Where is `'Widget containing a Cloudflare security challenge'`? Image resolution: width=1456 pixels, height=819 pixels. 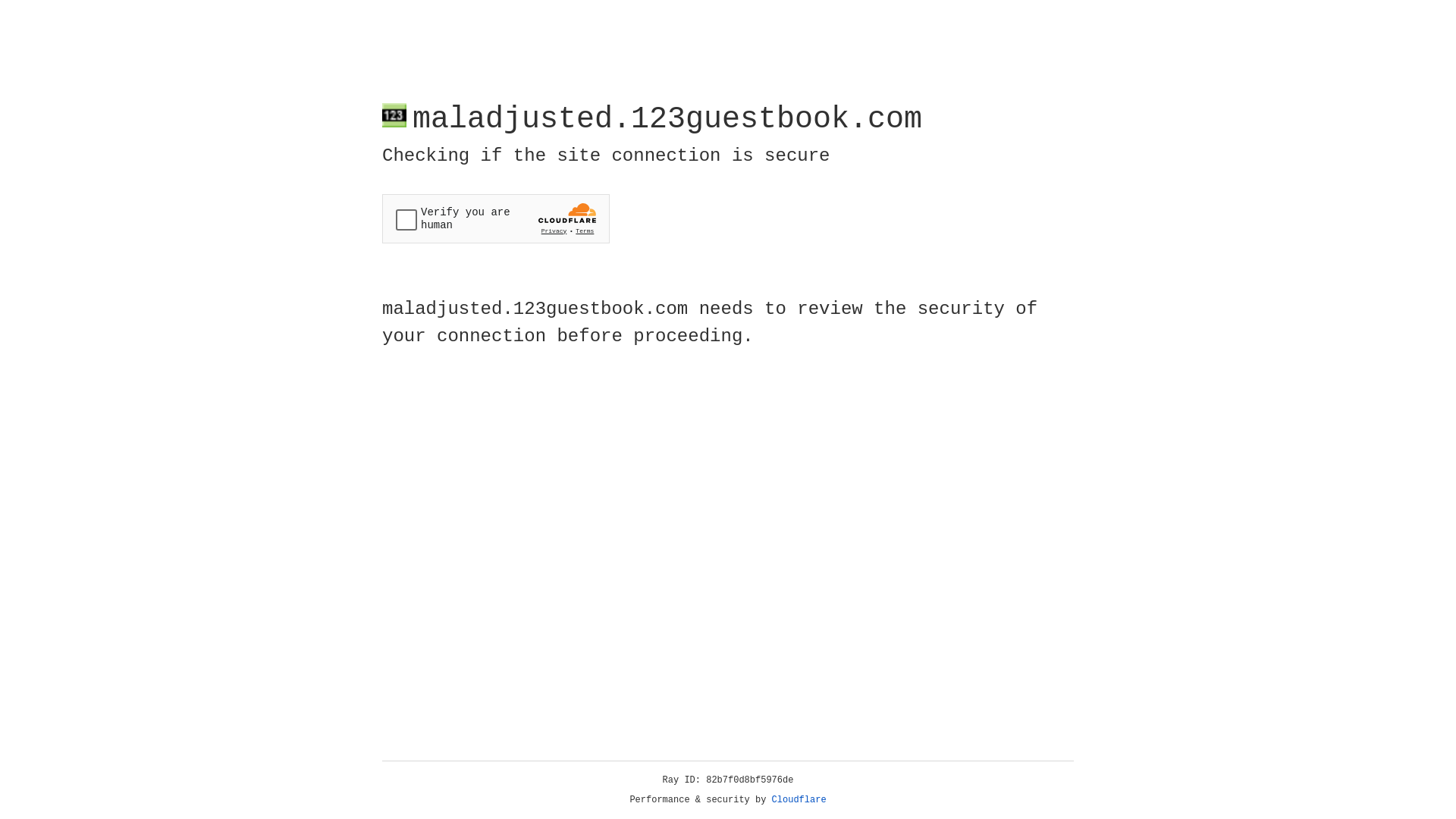 'Widget containing a Cloudflare security challenge' is located at coordinates (495, 218).